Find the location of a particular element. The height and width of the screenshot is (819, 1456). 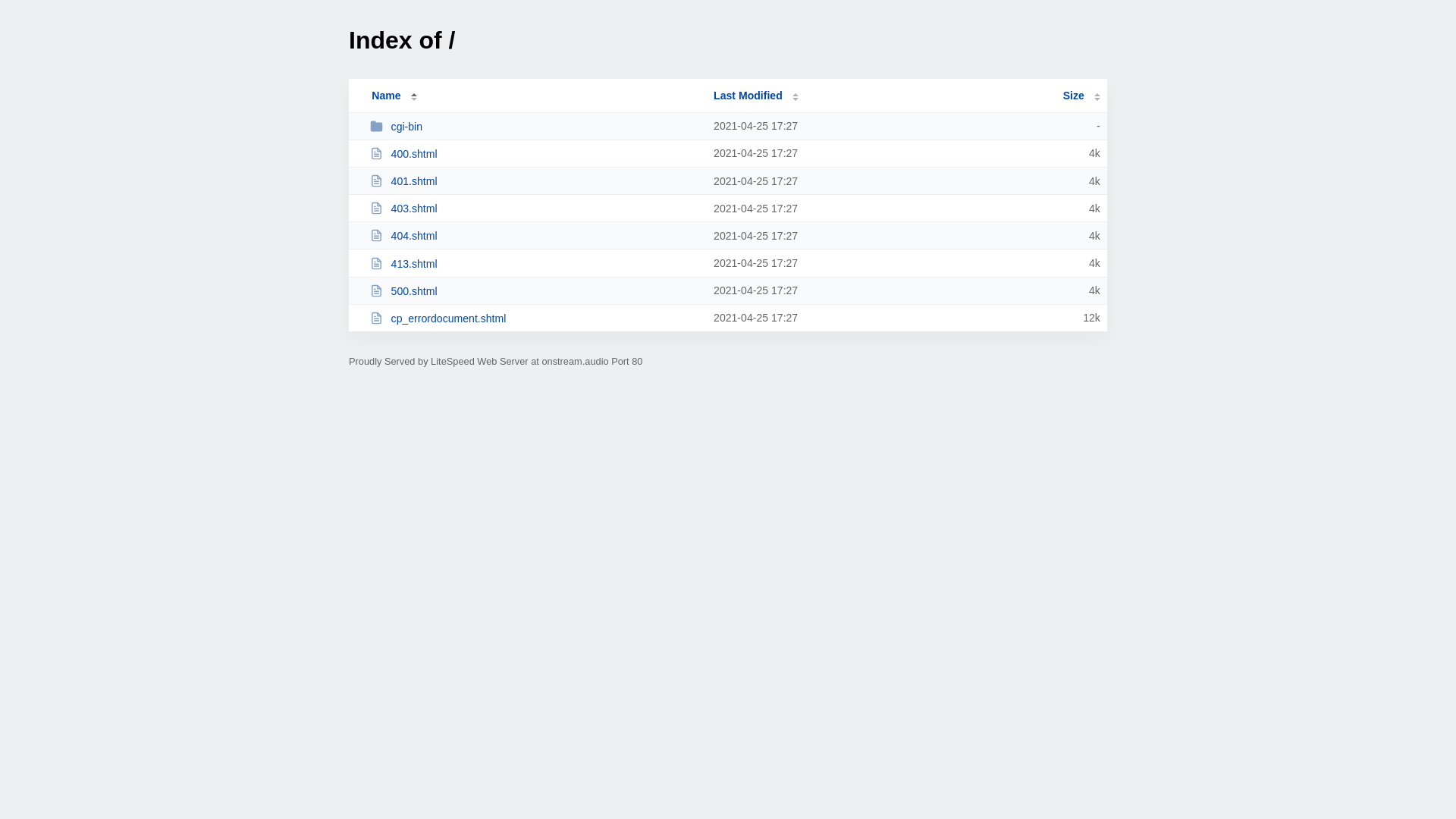

'Name' is located at coordinates (385, 96).